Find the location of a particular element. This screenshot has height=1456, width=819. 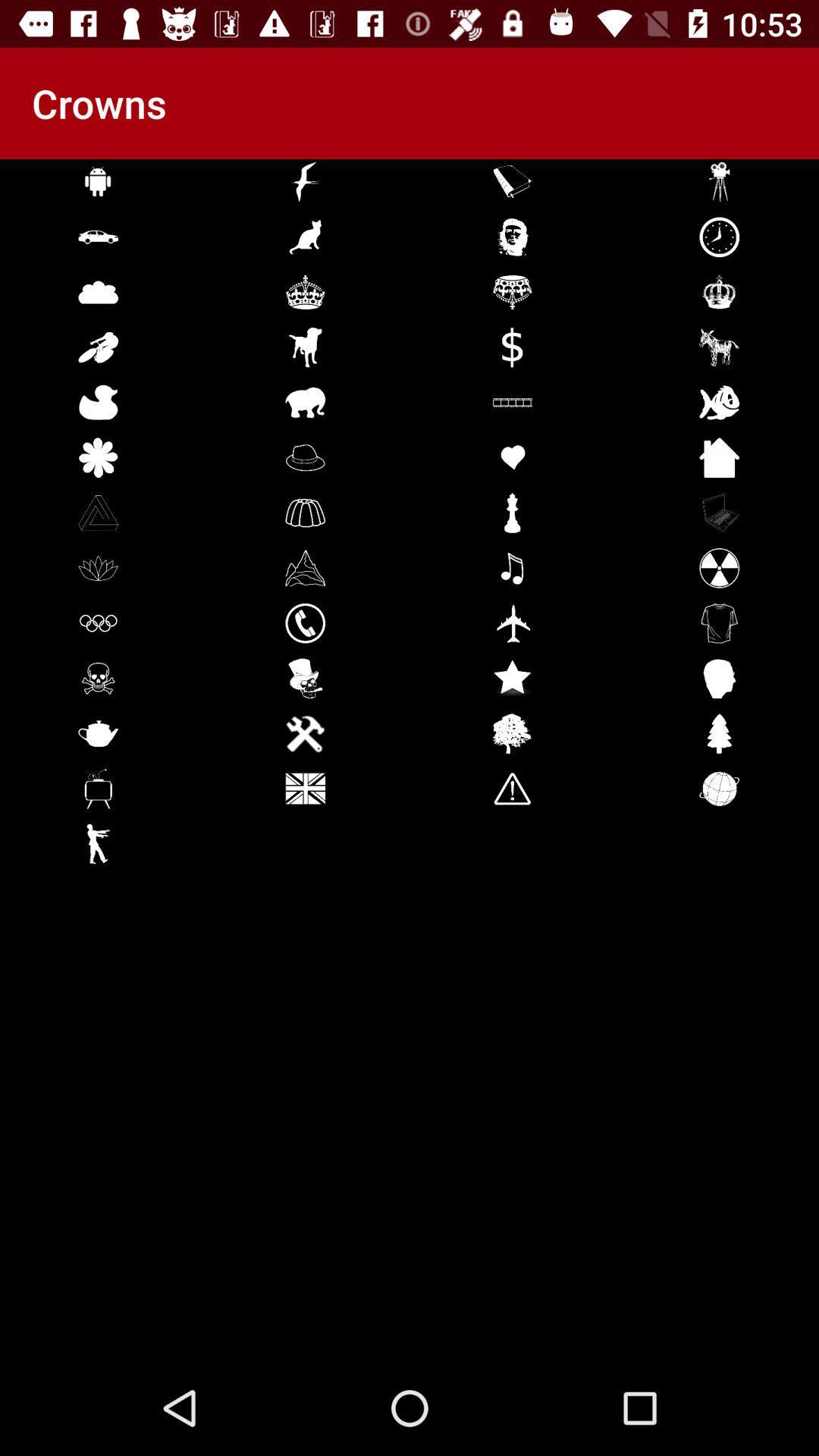

the third image in the fifth row is located at coordinates (512, 403).